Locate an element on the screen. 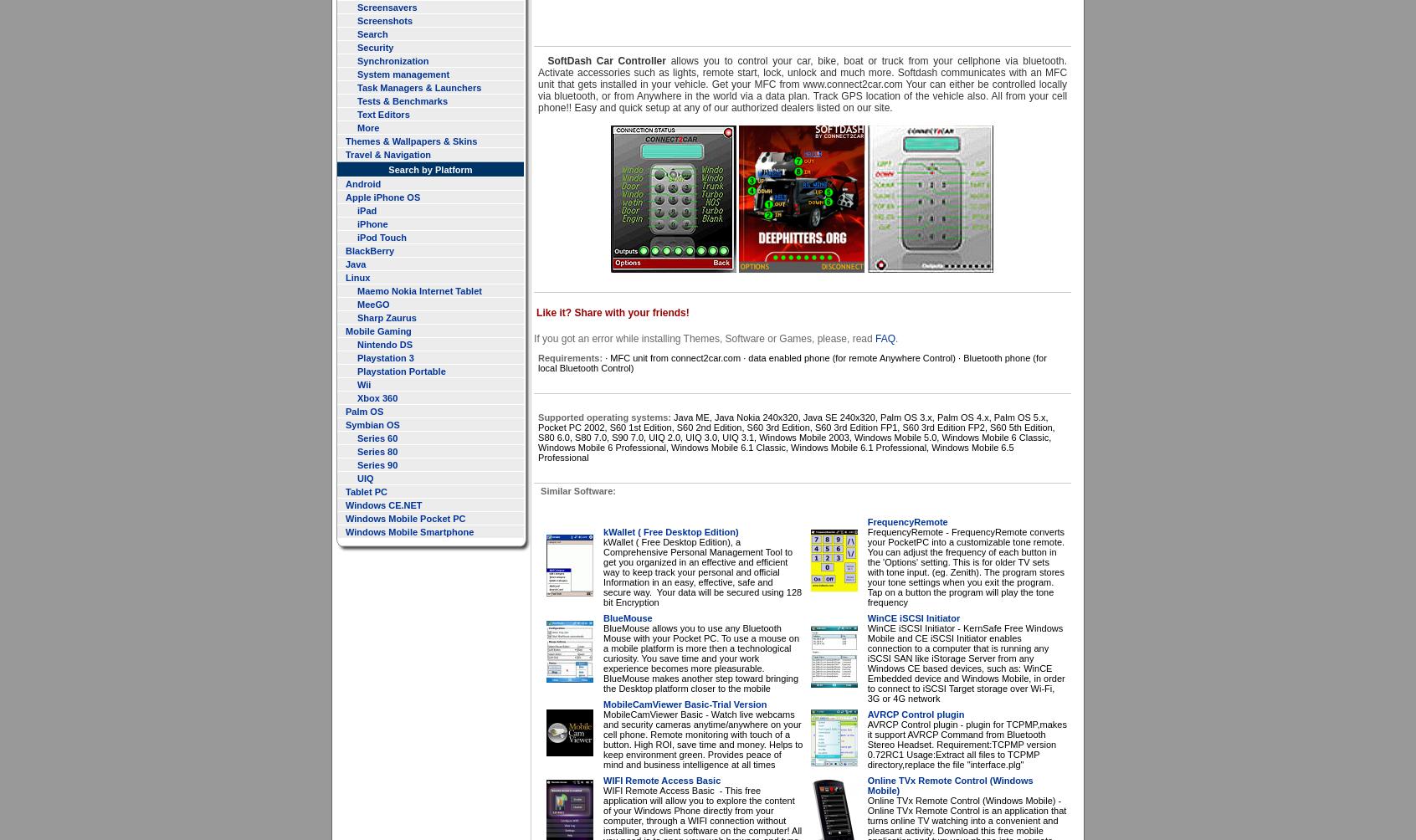  'allows you to control your car, bike, boat or  truck from your cellphone via bluetooth. Activate accessories such as  lights, remote start, lock, unlock and much more. Softdash communicates  with an MFC unit that gets installed in your vehicle. Get your MFC from  www.connect2car.com Your can either be controlled locally via bluetooth,  or from Anywhere in the world via a data plan. Track GPS location of  the vehicle also. All from your cell phone!! Easy and quick setup at any  of our authorized dealers listed on our site.' is located at coordinates (537, 85).